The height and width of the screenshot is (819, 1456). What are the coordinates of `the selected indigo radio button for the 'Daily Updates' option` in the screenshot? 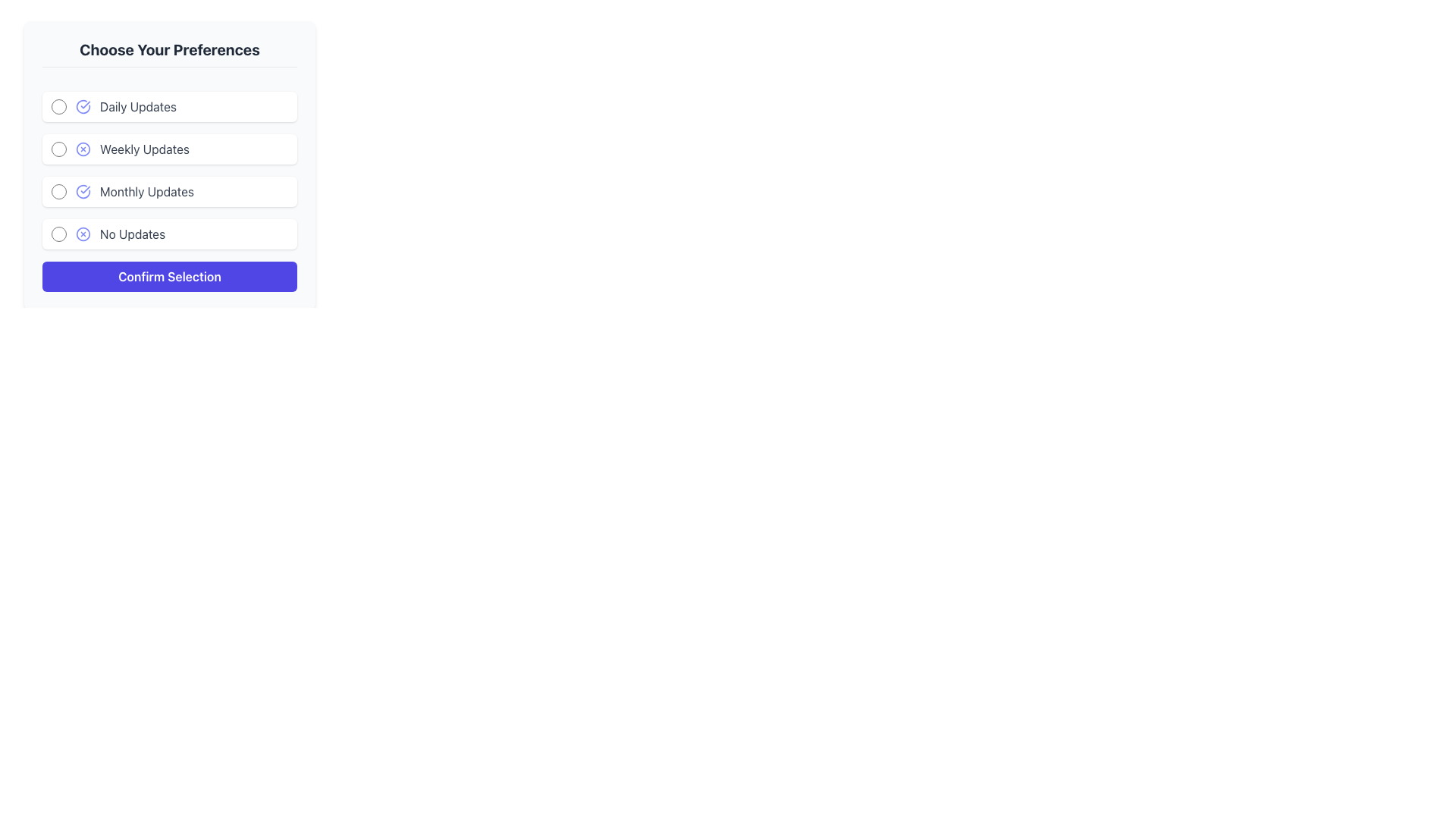 It's located at (58, 106).